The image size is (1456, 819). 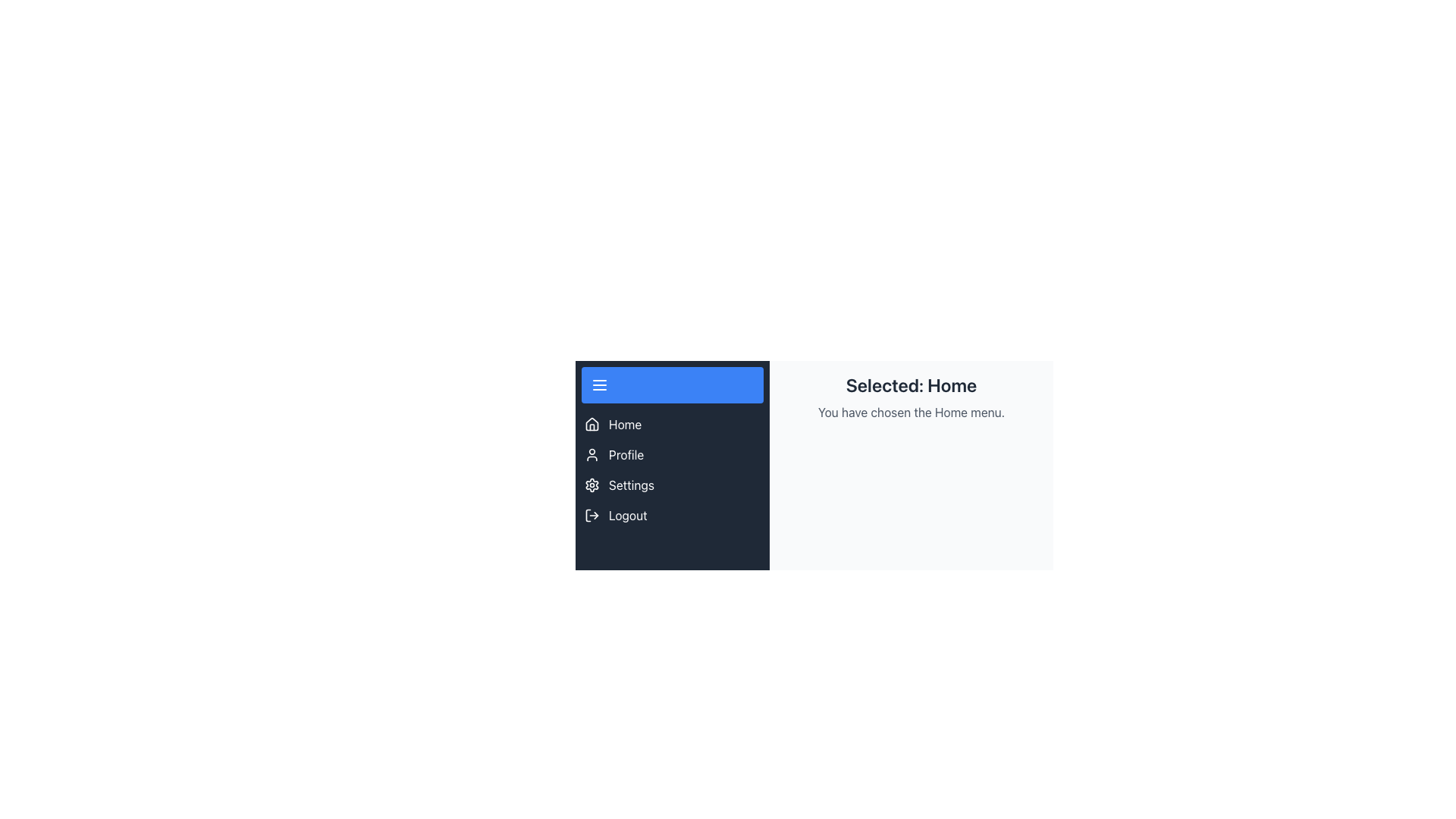 I want to click on the 'Settings' icon in the vertical navigation menu, which is the third item from the top, located to the left of the 'Settings' text, so click(x=591, y=485).